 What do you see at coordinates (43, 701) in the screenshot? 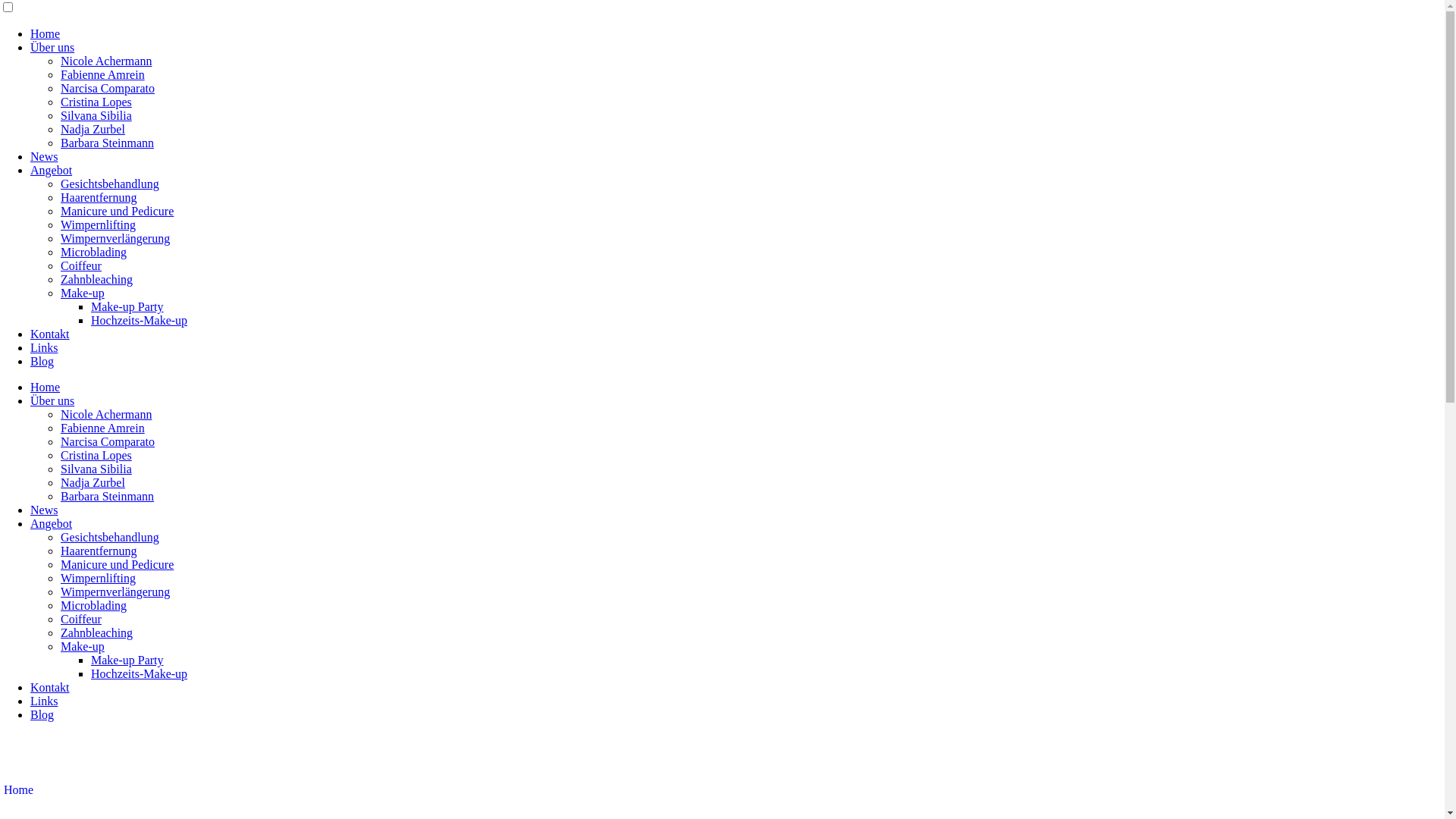
I see `'Links'` at bounding box center [43, 701].